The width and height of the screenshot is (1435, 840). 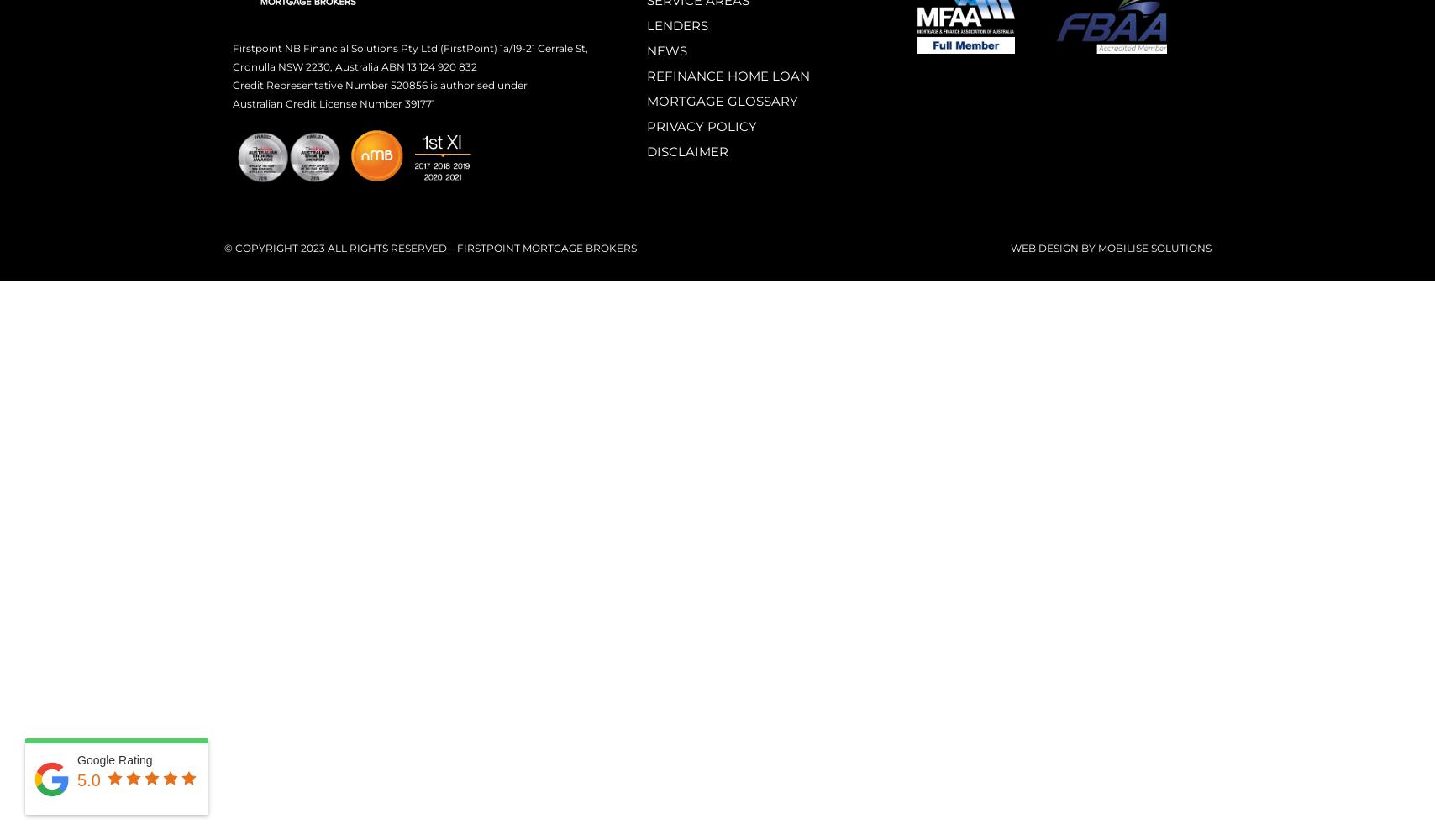 I want to click on 'DISCLAIMER', so click(x=687, y=151).